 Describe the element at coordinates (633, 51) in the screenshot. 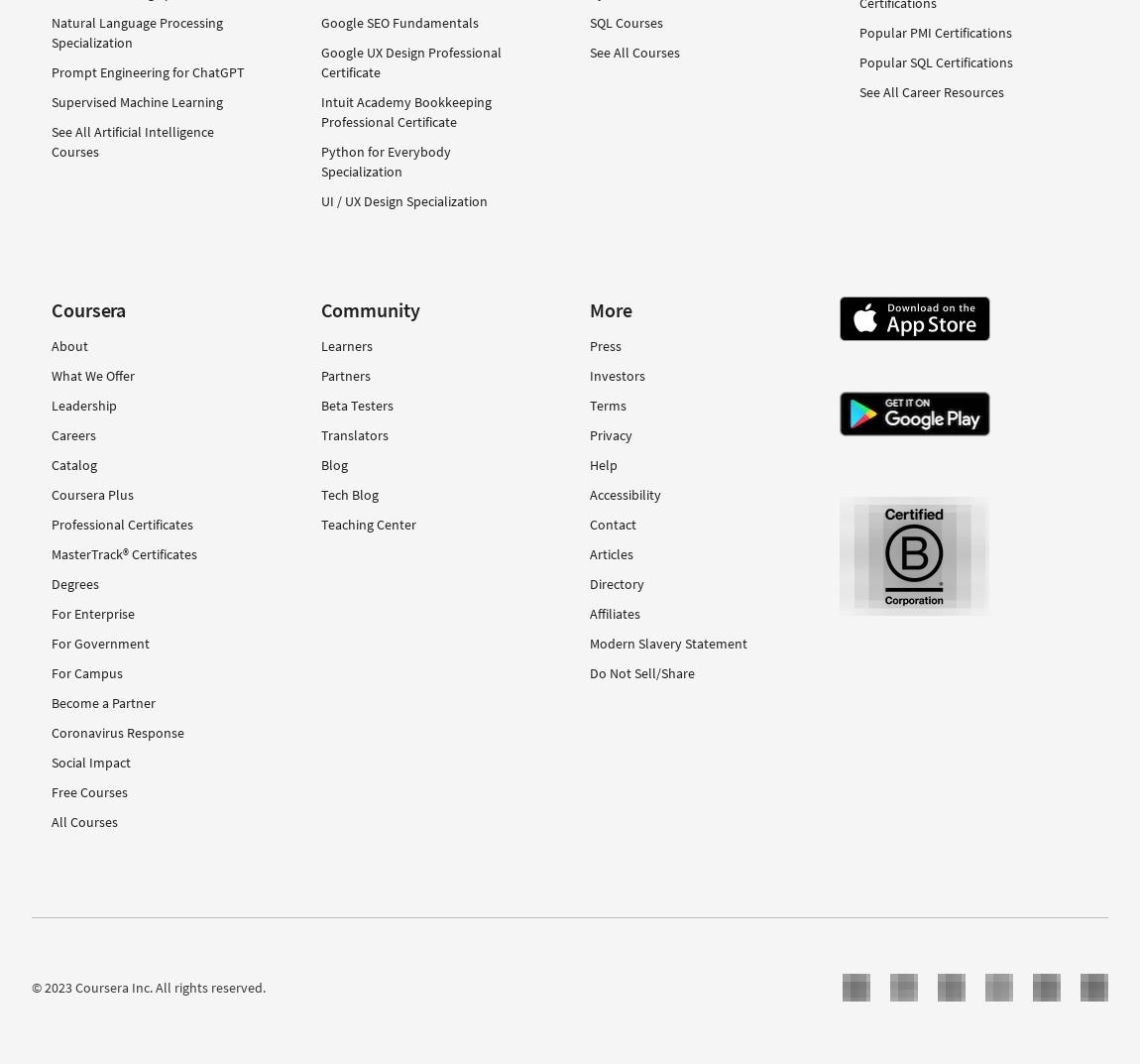

I see `'See All Courses'` at that location.